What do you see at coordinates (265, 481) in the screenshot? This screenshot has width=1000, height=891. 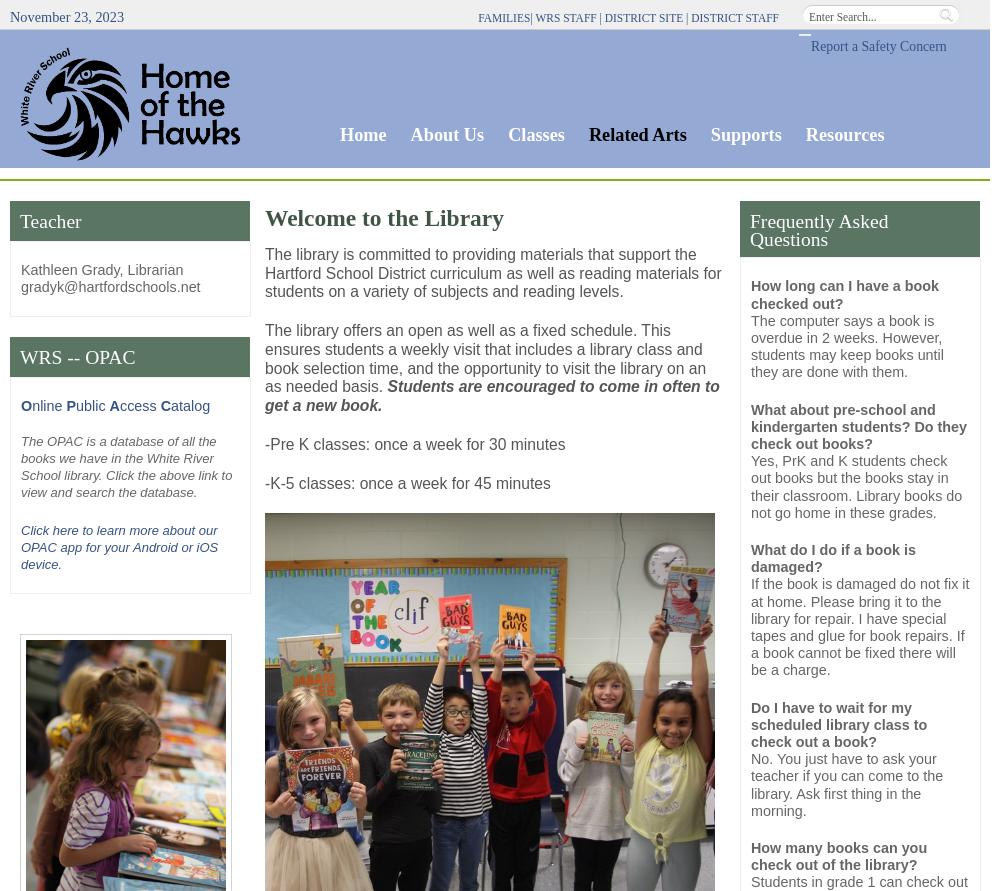 I see `'-K-5 classes: once a week for 45 minutes'` at bounding box center [265, 481].